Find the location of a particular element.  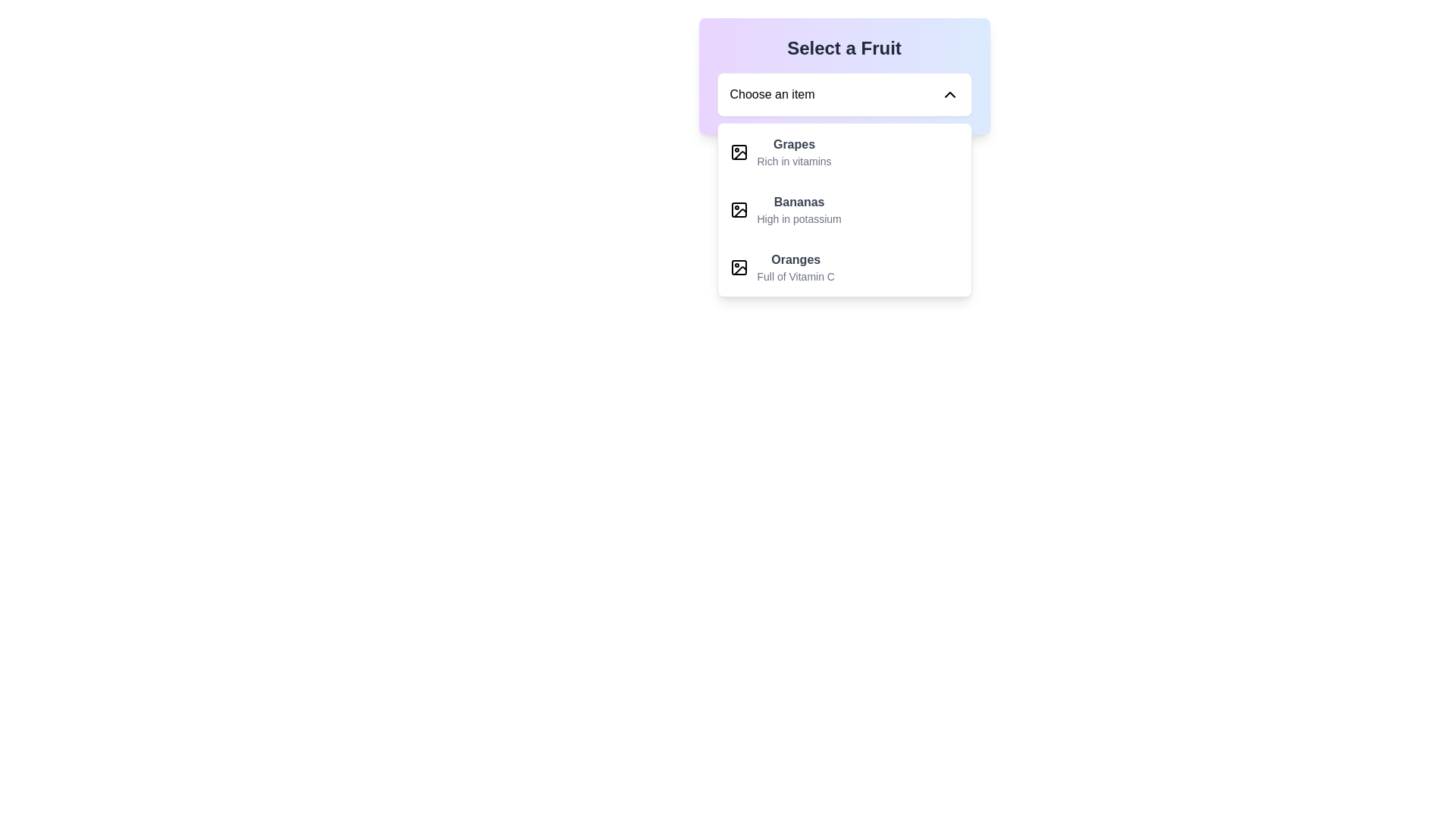

the dropdown menu labeled 'Choose an item' within the composite element 'Select a Fruit' is located at coordinates (843, 76).